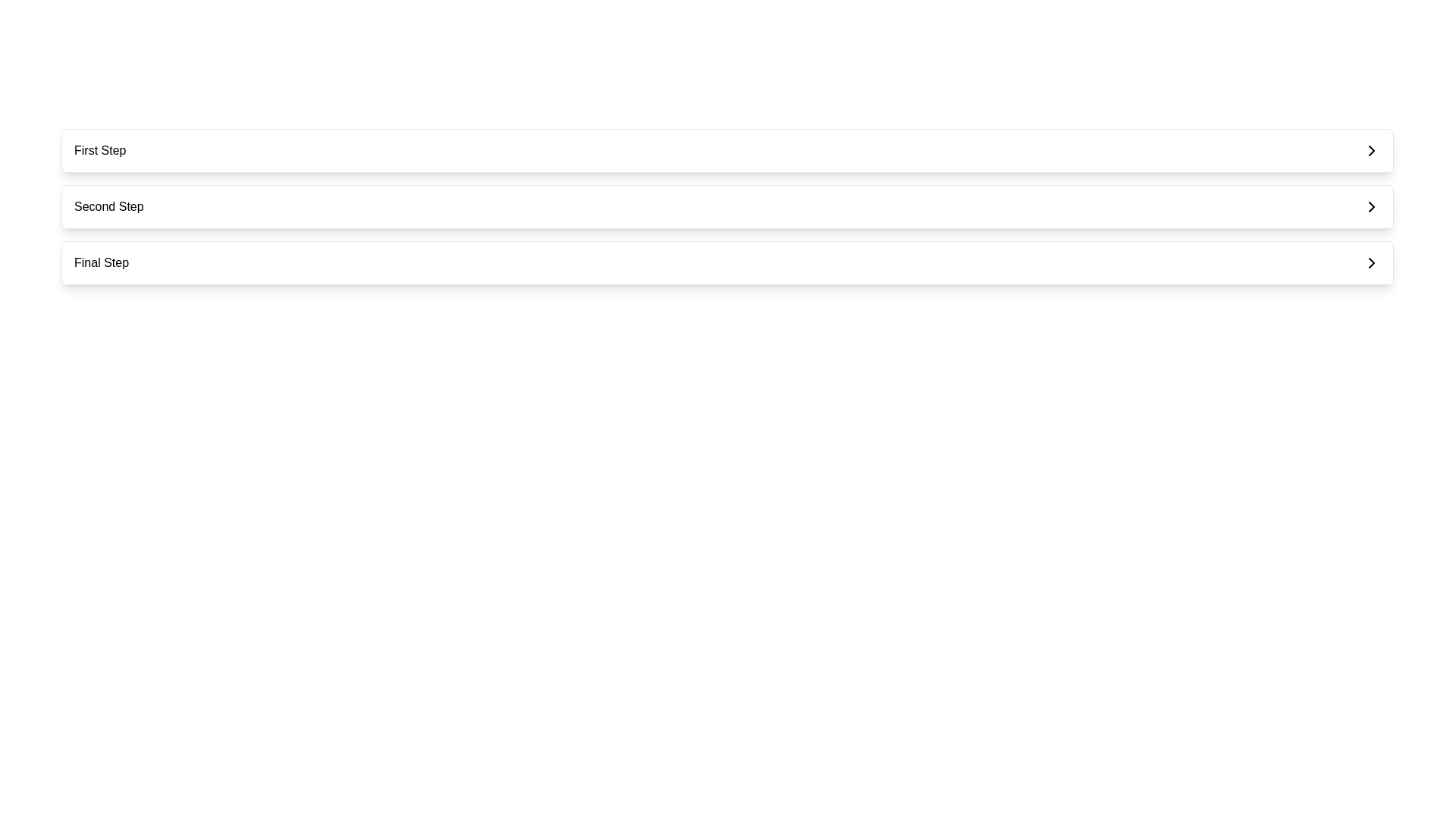 The width and height of the screenshot is (1456, 819). I want to click on the right-facing chevron arrow icon located at the far-right side of the interface within the 'Final Step' list item, aligned with the text 'Final Step', so click(1372, 262).